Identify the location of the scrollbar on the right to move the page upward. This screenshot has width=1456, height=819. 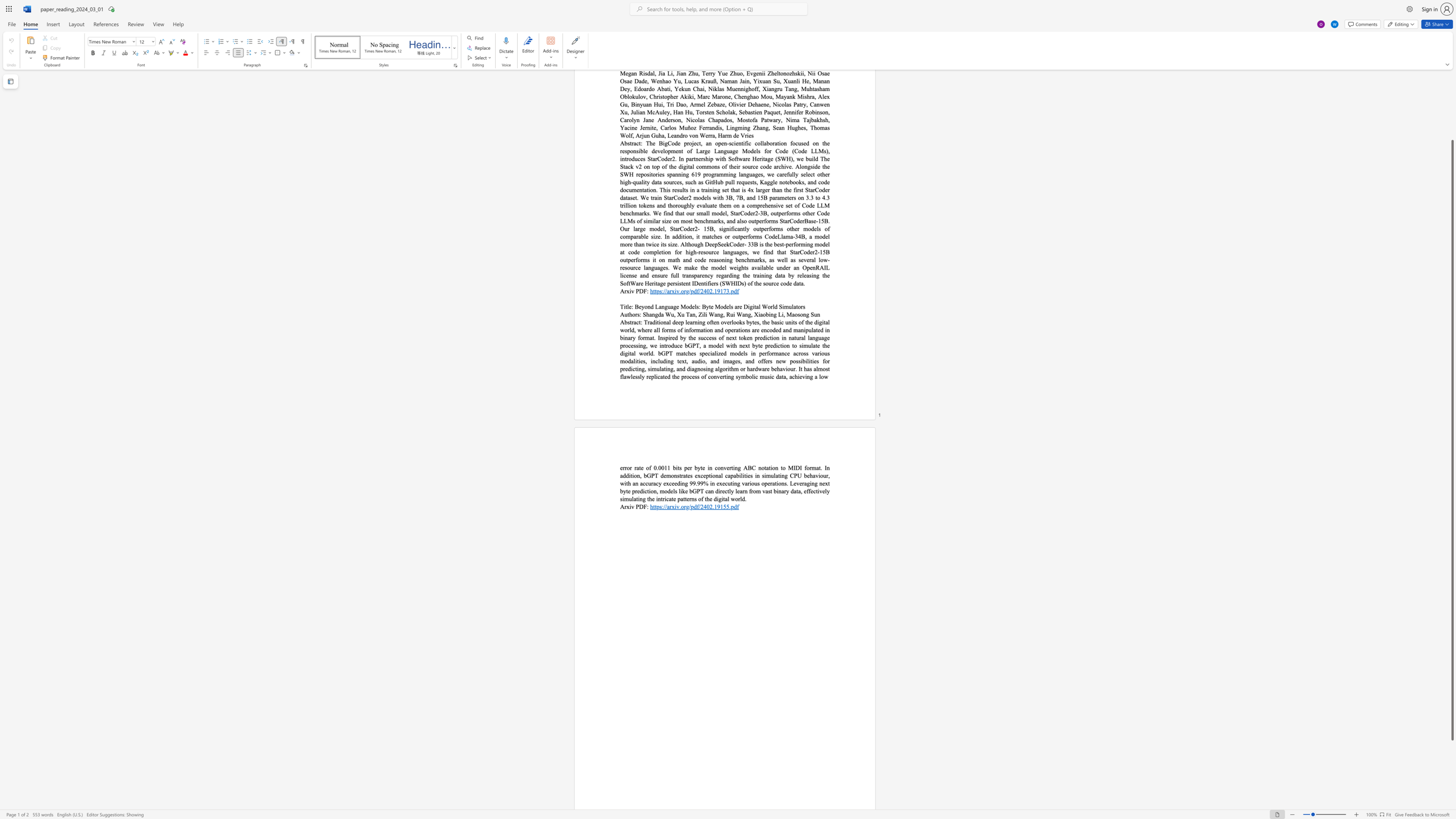
(1451, 121).